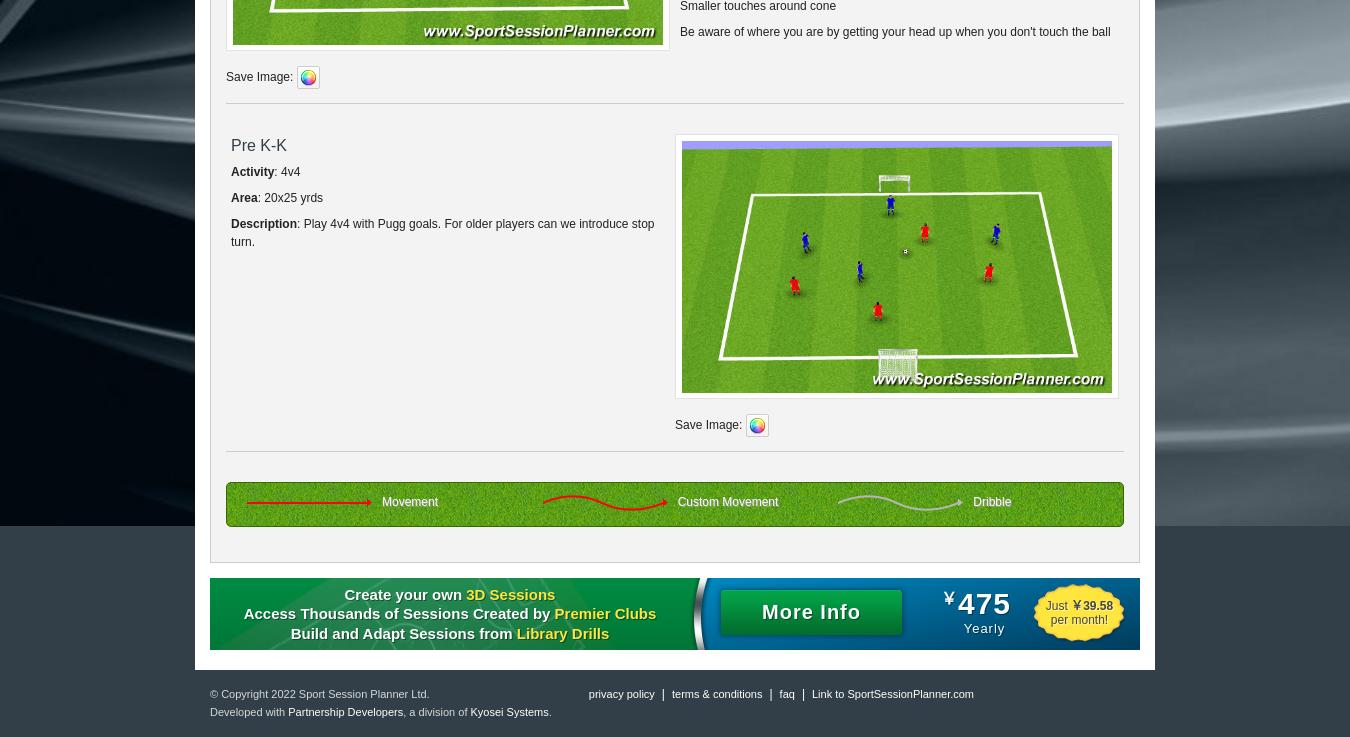  Describe the element at coordinates (436, 712) in the screenshot. I see `', a division of'` at that location.